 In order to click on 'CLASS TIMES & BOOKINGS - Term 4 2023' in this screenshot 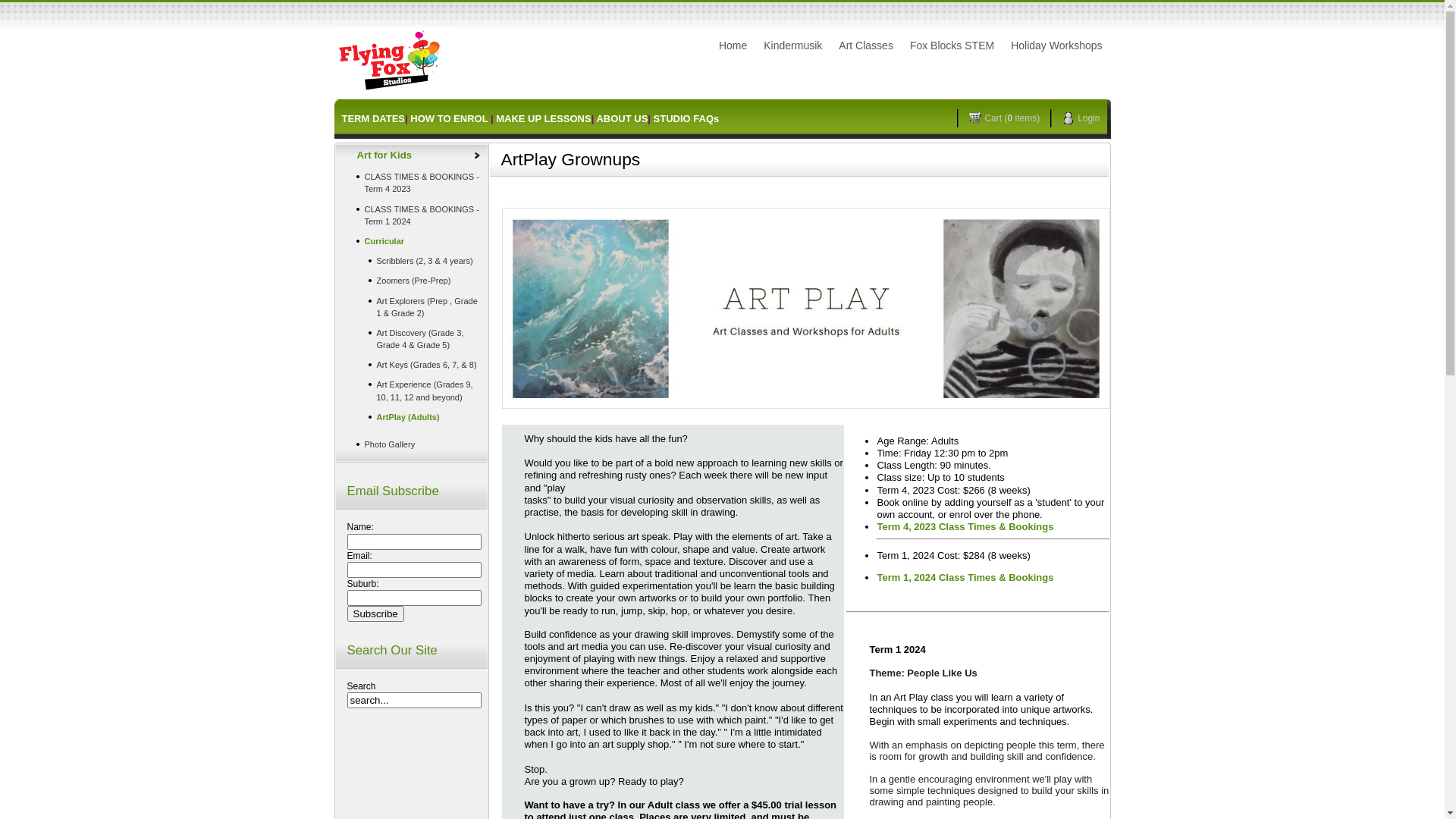, I will do `click(411, 181)`.